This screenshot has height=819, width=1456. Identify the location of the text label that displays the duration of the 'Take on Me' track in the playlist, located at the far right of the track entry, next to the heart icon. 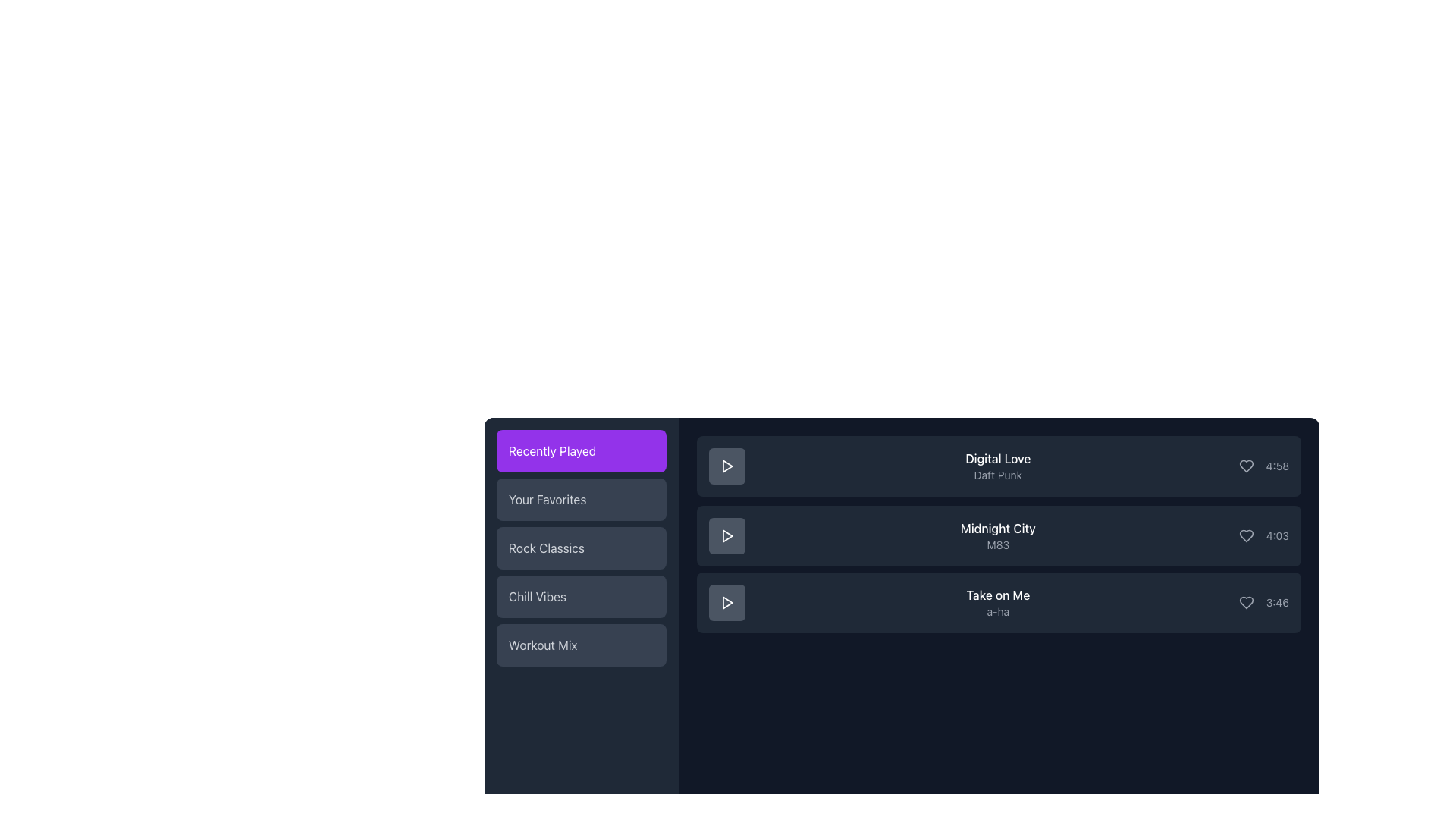
(1276, 601).